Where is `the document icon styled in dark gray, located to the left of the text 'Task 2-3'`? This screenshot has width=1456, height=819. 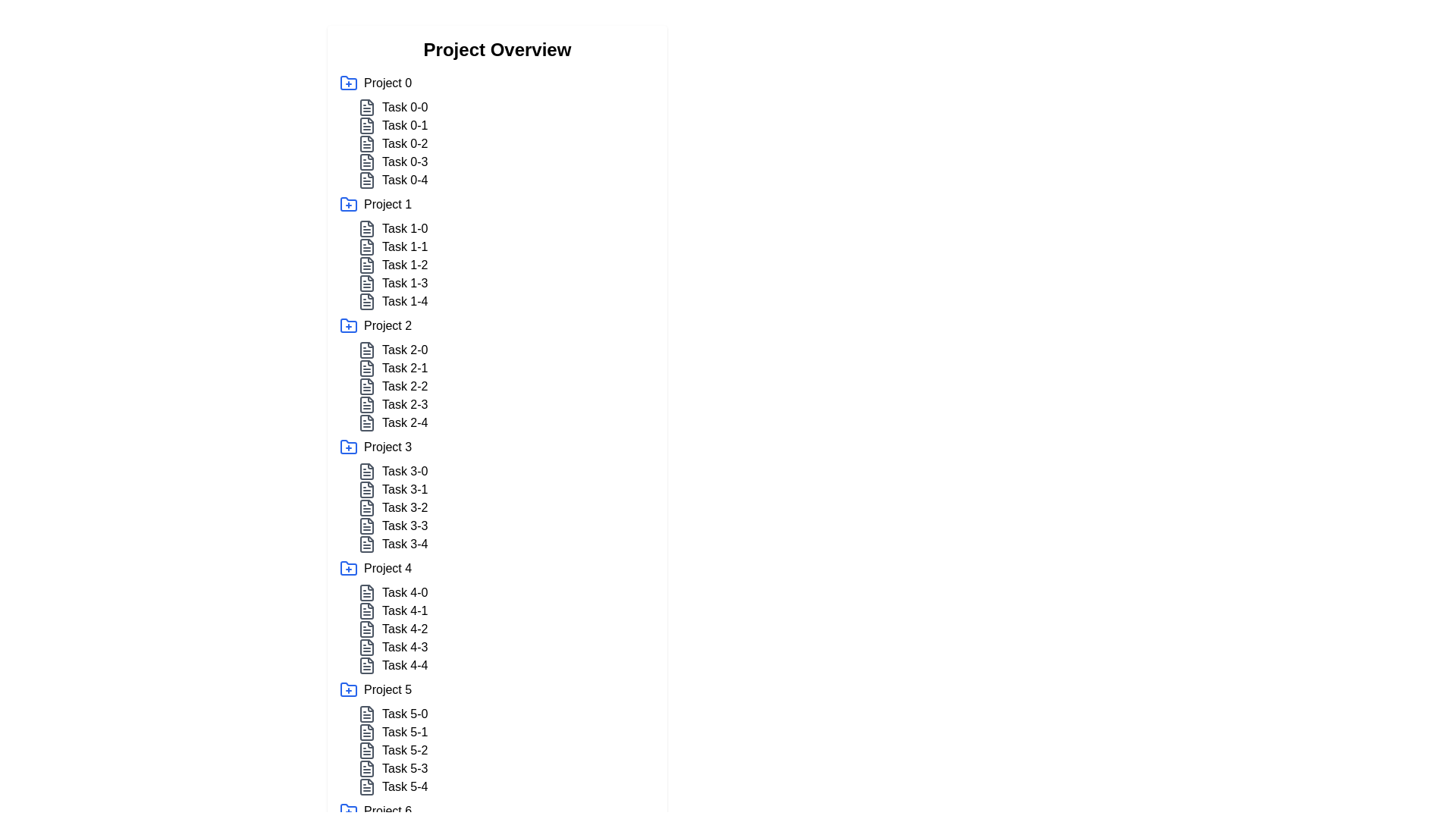 the document icon styled in dark gray, located to the left of the text 'Task 2-3' is located at coordinates (367, 403).